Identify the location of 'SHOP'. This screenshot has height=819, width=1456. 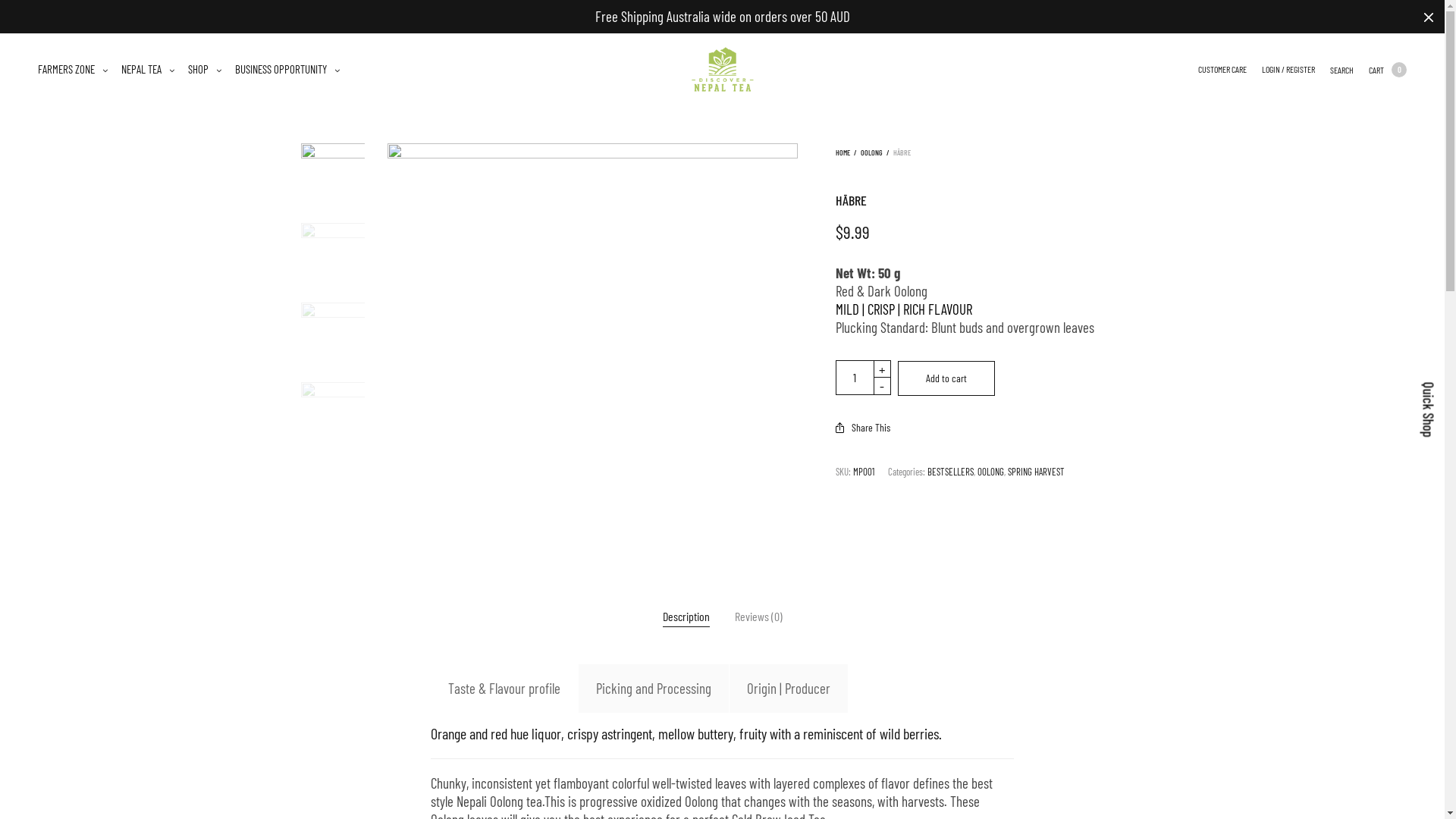
(203, 69).